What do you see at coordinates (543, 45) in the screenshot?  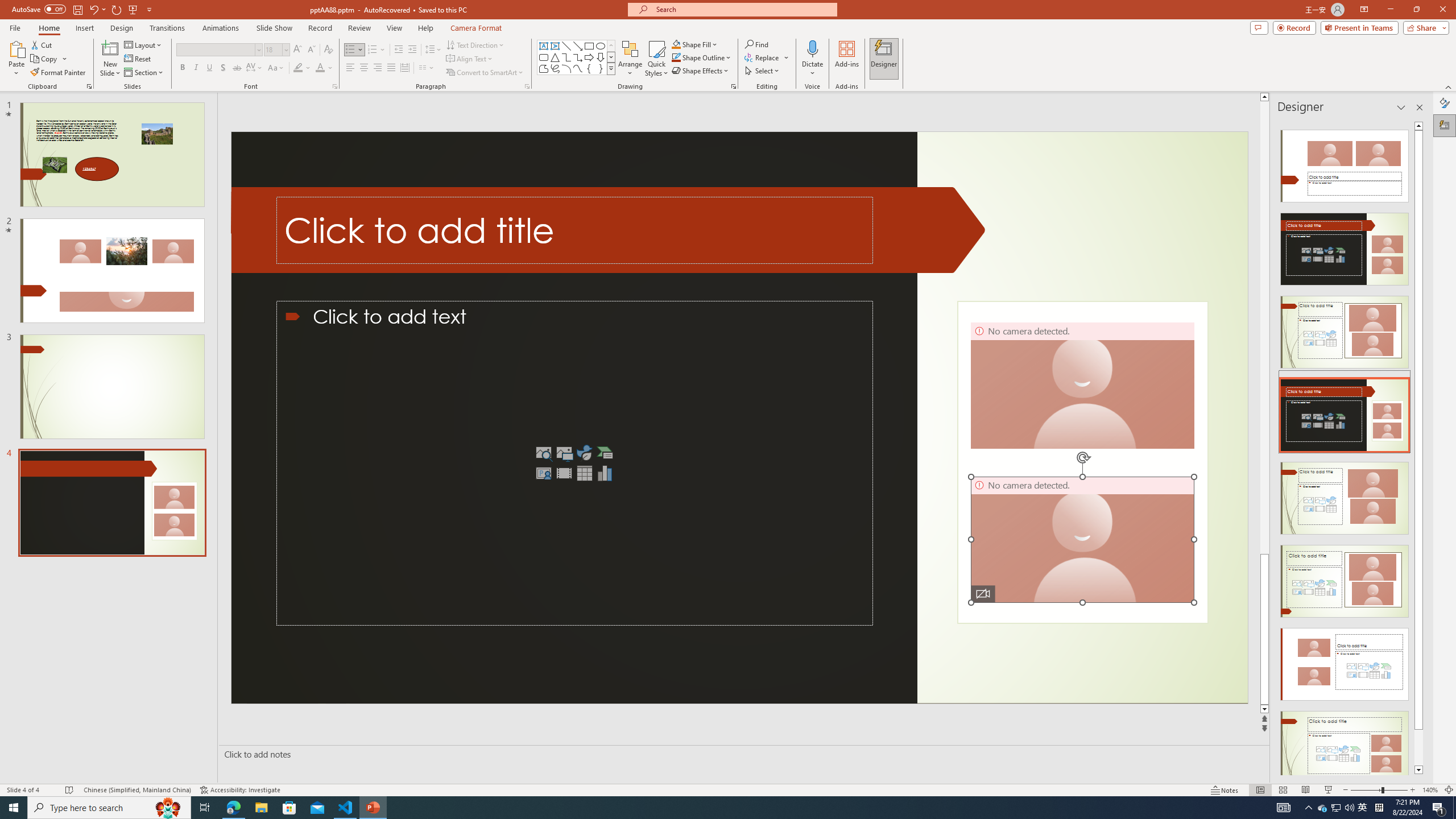 I see `'Text Box'` at bounding box center [543, 45].